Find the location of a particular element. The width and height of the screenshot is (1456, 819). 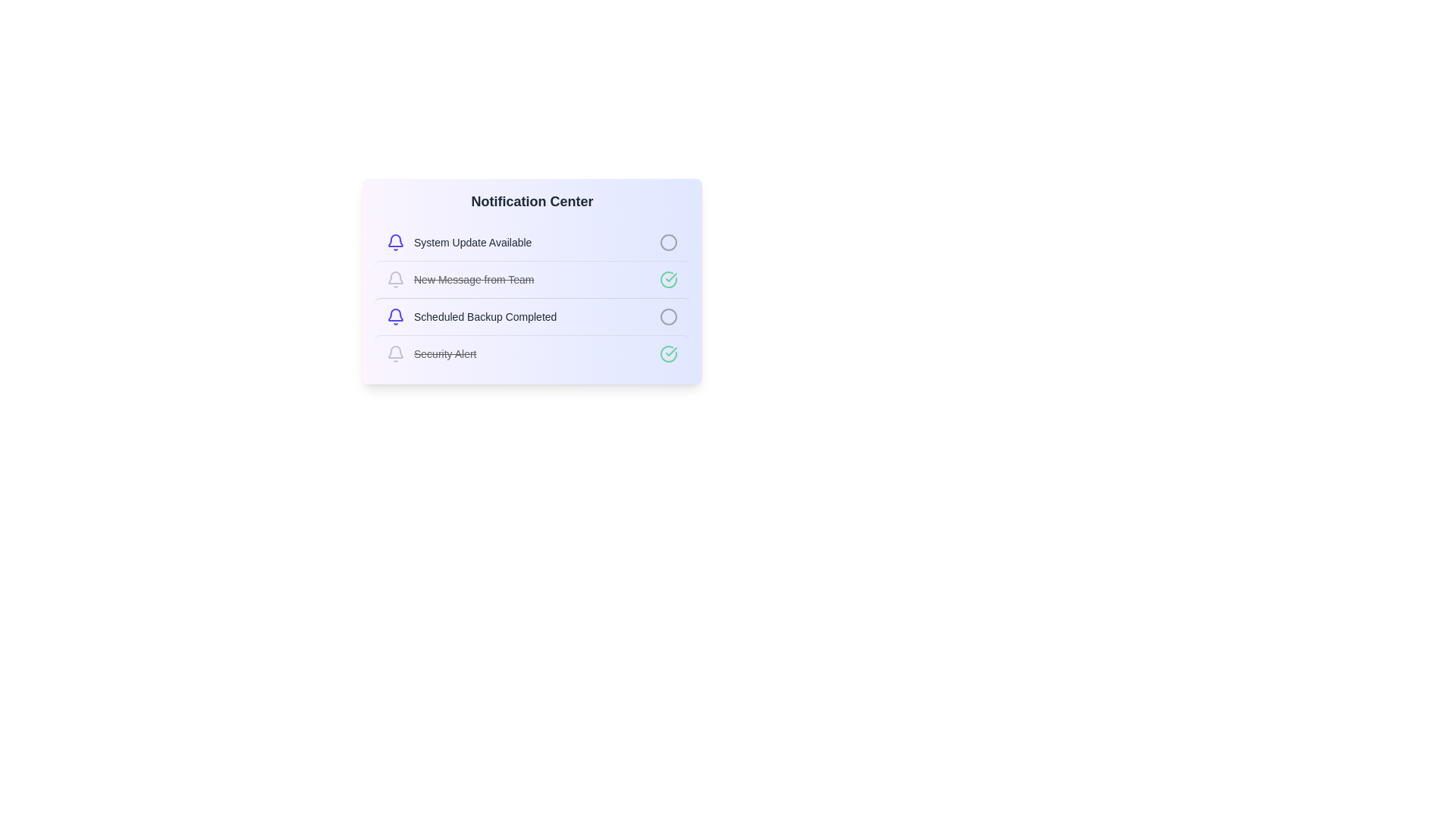

the notification titled 'System Update Available' to highlight it is located at coordinates (532, 242).